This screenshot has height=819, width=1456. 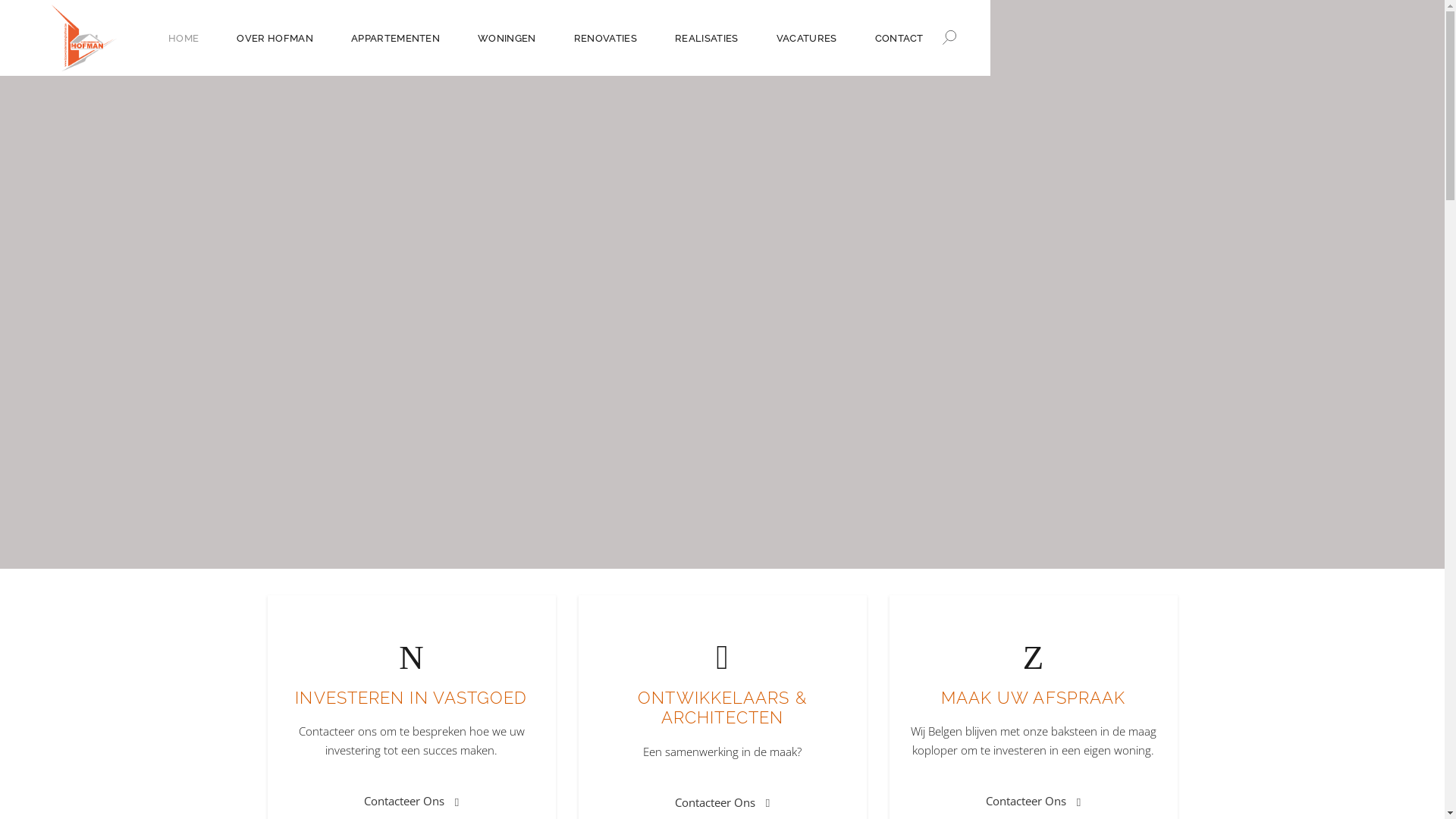 I want to click on 'CONTACT', so click(x=855, y=36).